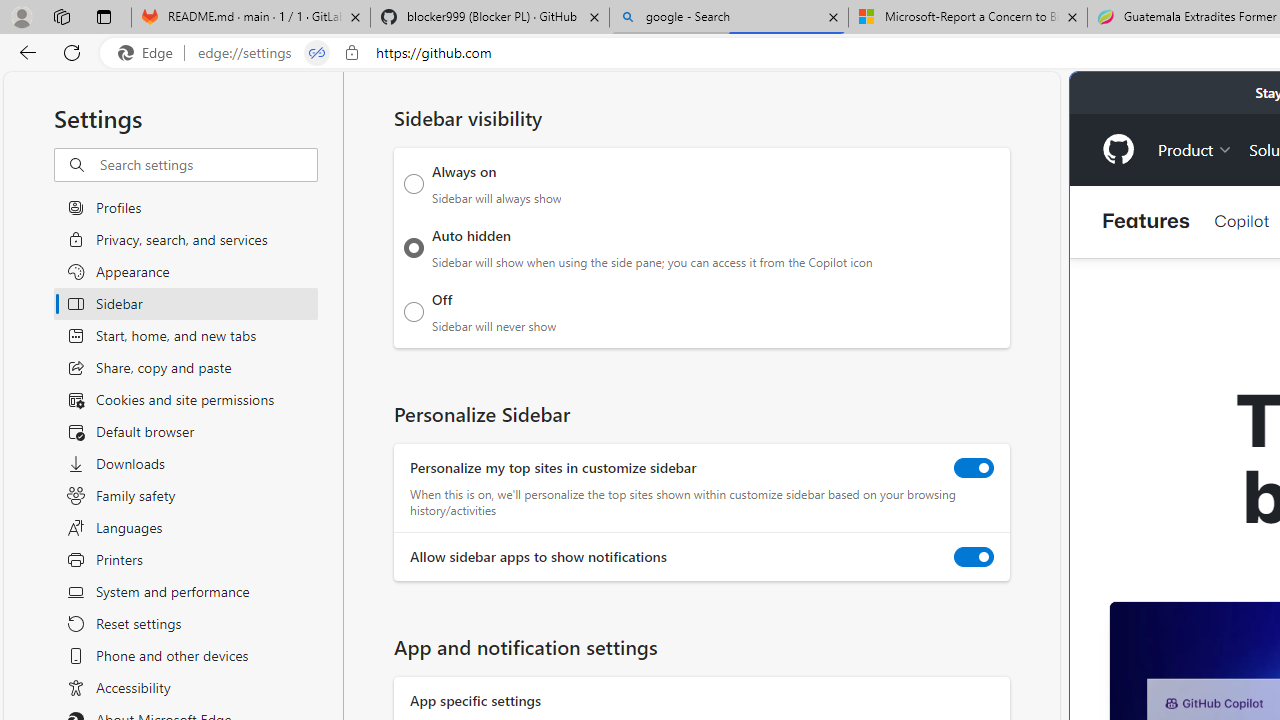  Describe the element at coordinates (967, 17) in the screenshot. I see `'Microsoft-Report a Concern to Bing'` at that location.